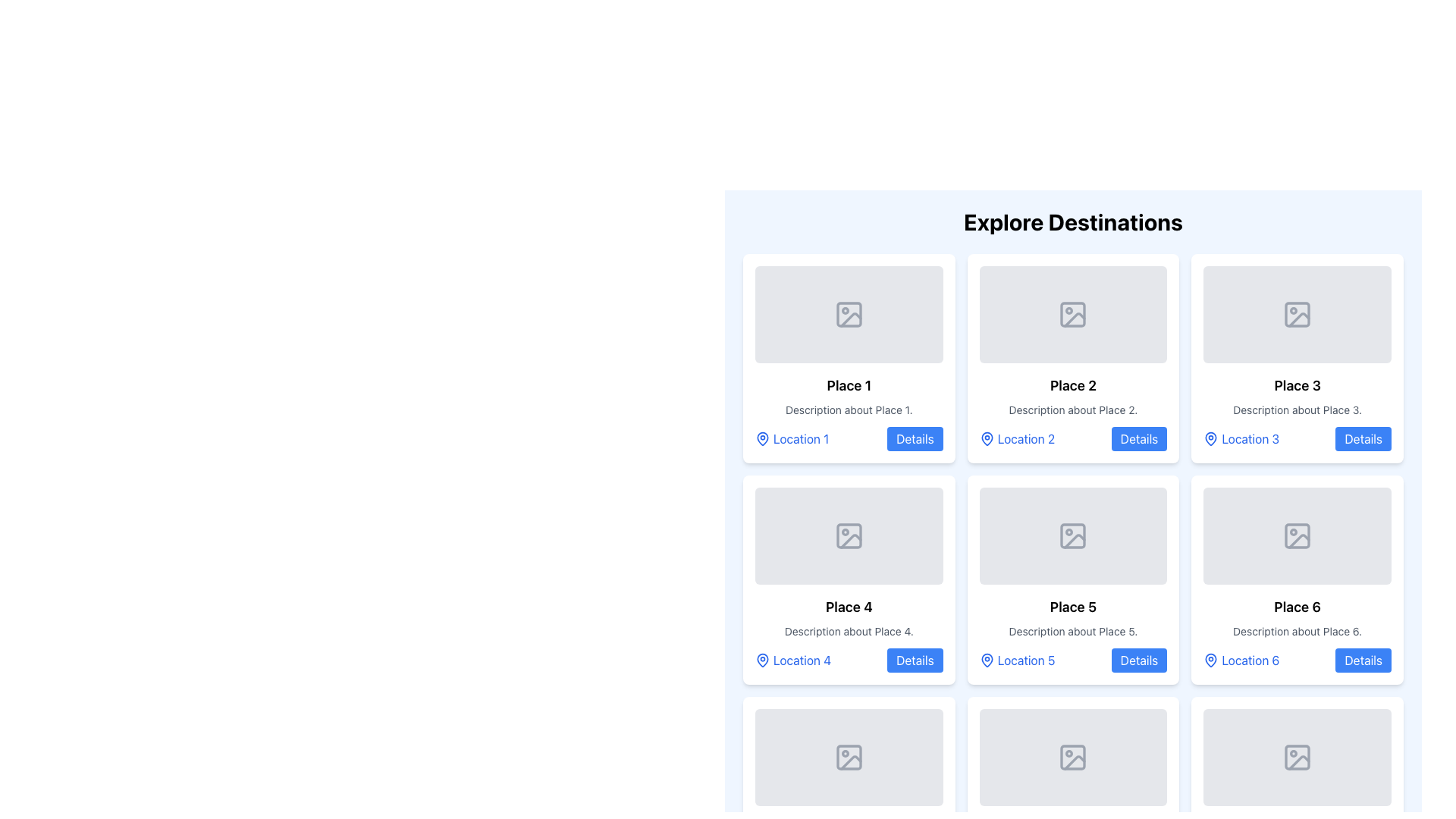 This screenshot has width=1456, height=819. I want to click on the 'Details' button for 'Place 6', which is the sixth button in the series and located at the bottom-right of its card, so click(1363, 660).